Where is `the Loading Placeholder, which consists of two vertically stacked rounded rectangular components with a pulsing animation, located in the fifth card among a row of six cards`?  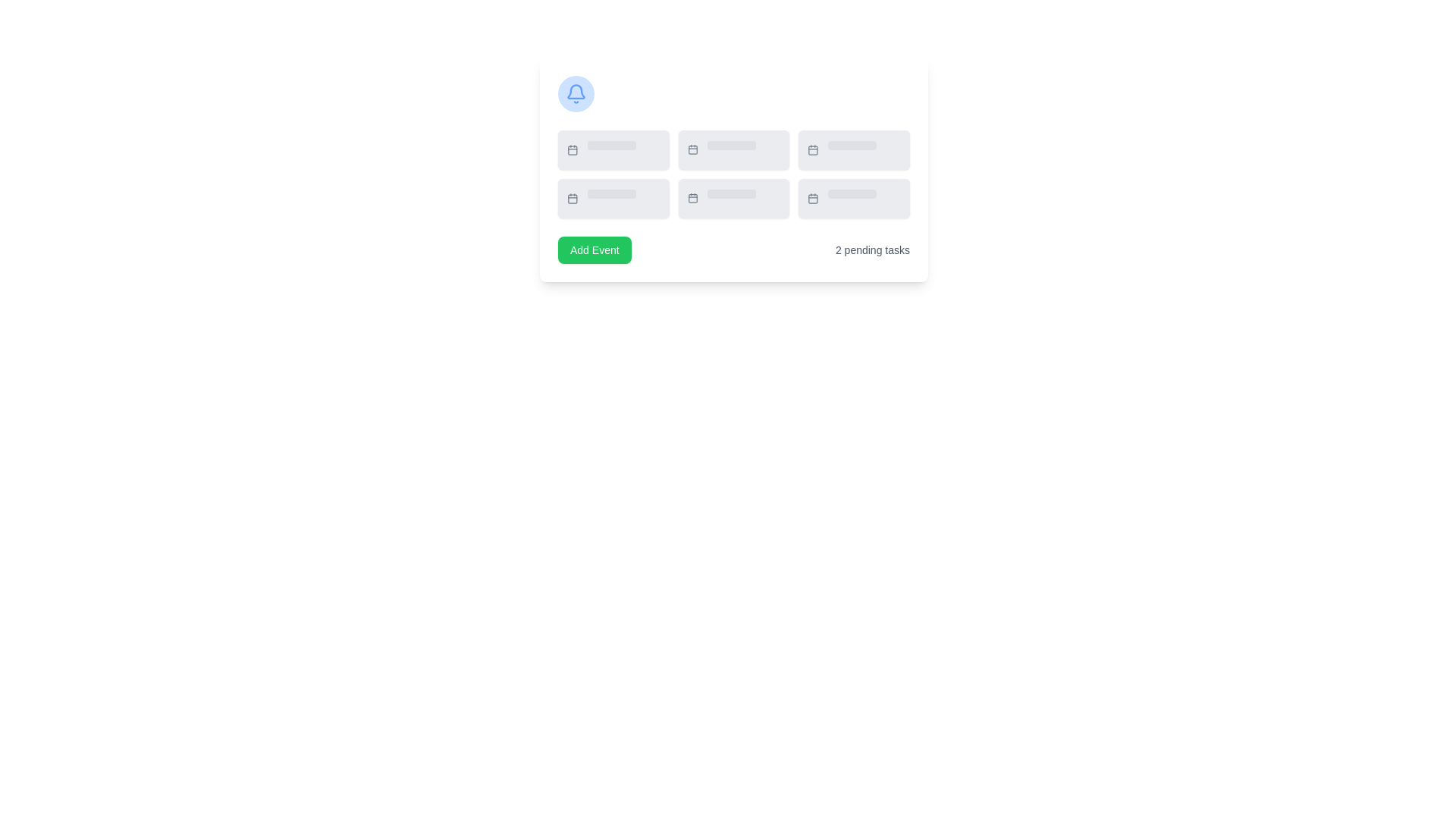 the Loading Placeholder, which consists of two vertically stacked rounded rectangular components with a pulsing animation, located in the fifth card among a row of six cards is located at coordinates (744, 198).